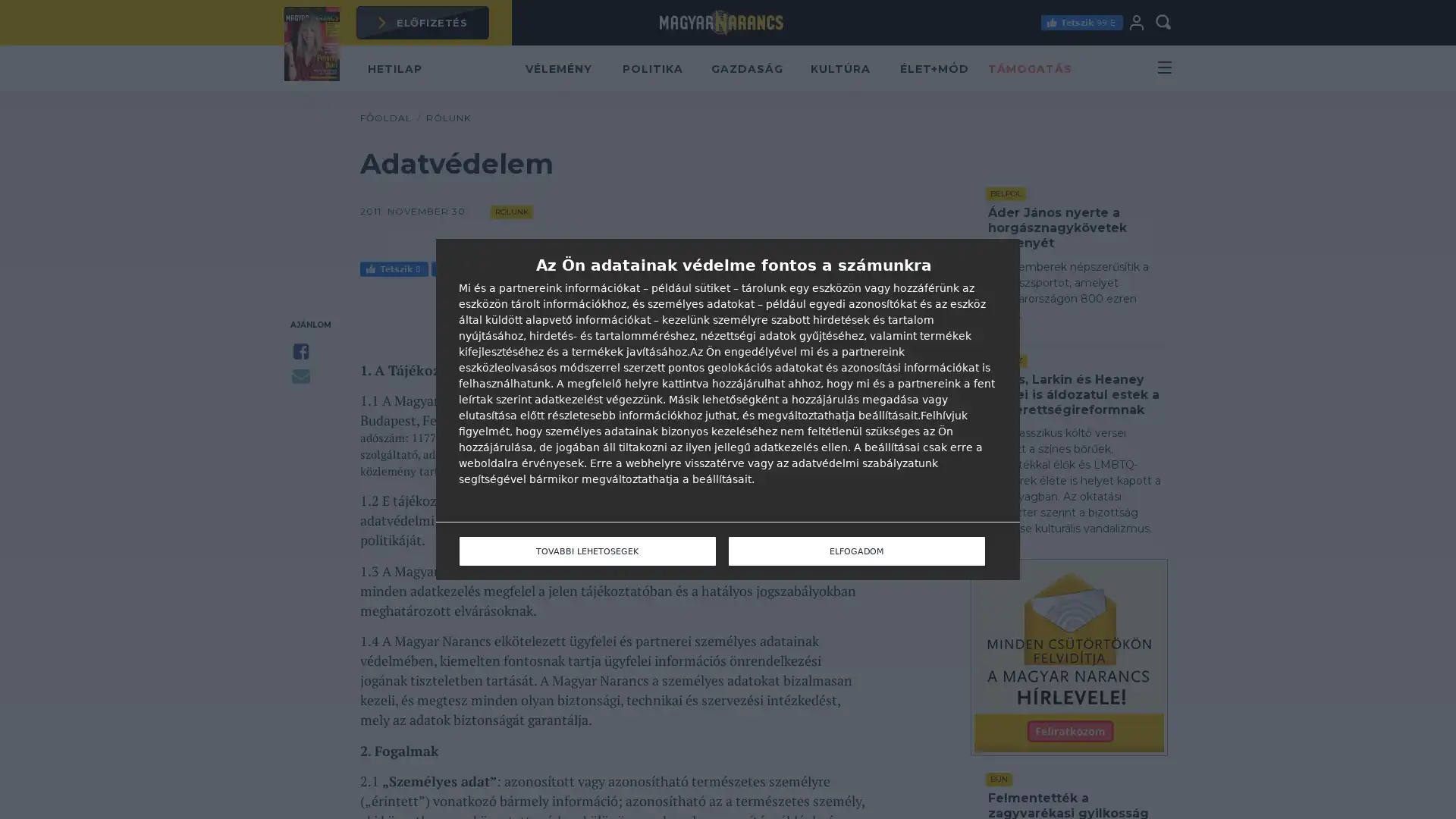  I want to click on ELFOGADOM, so click(856, 551).